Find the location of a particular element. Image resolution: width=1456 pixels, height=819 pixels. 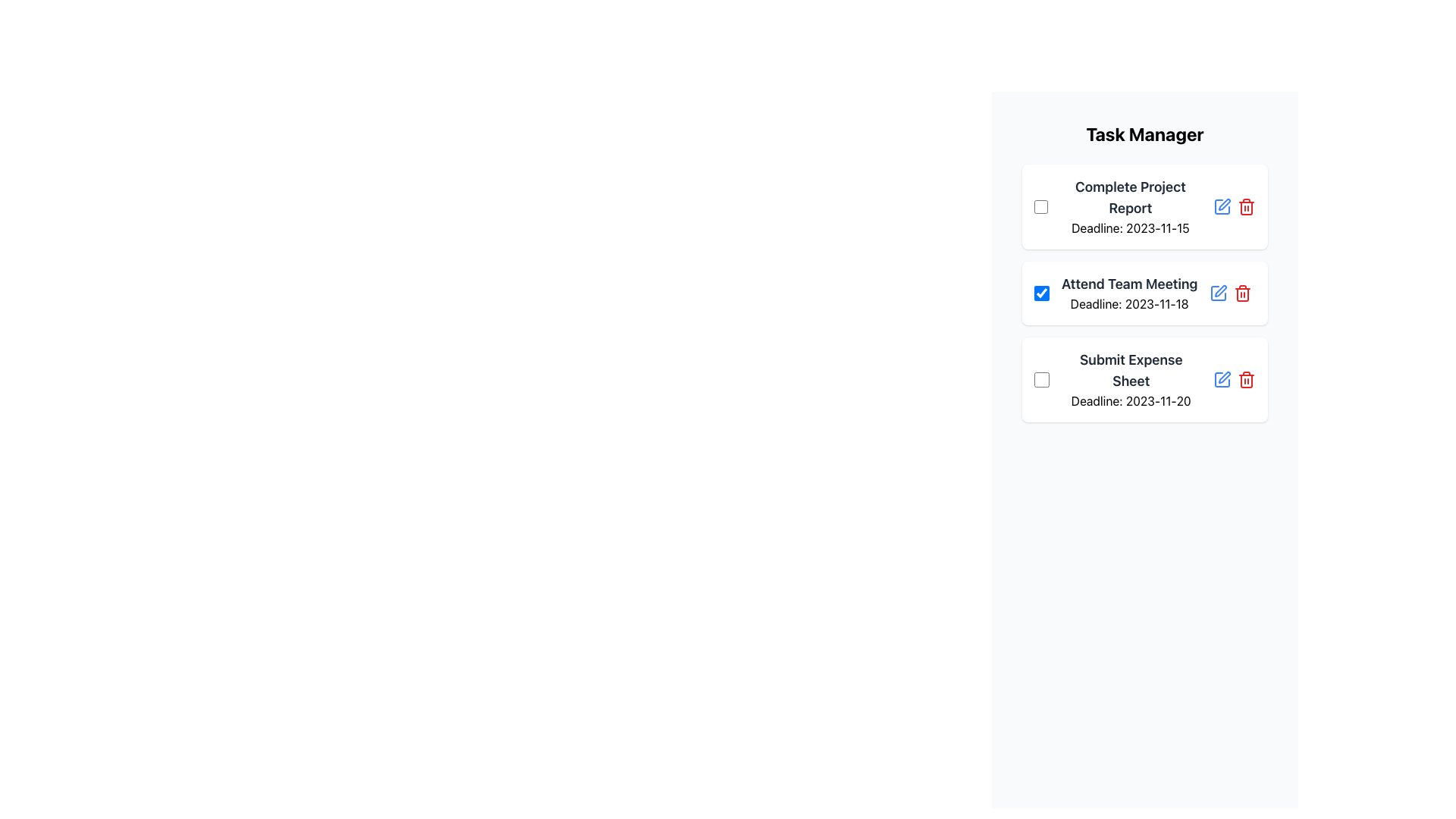

the edit icon in the second task card titled 'Attend Team Meeting' is located at coordinates (1222, 207).